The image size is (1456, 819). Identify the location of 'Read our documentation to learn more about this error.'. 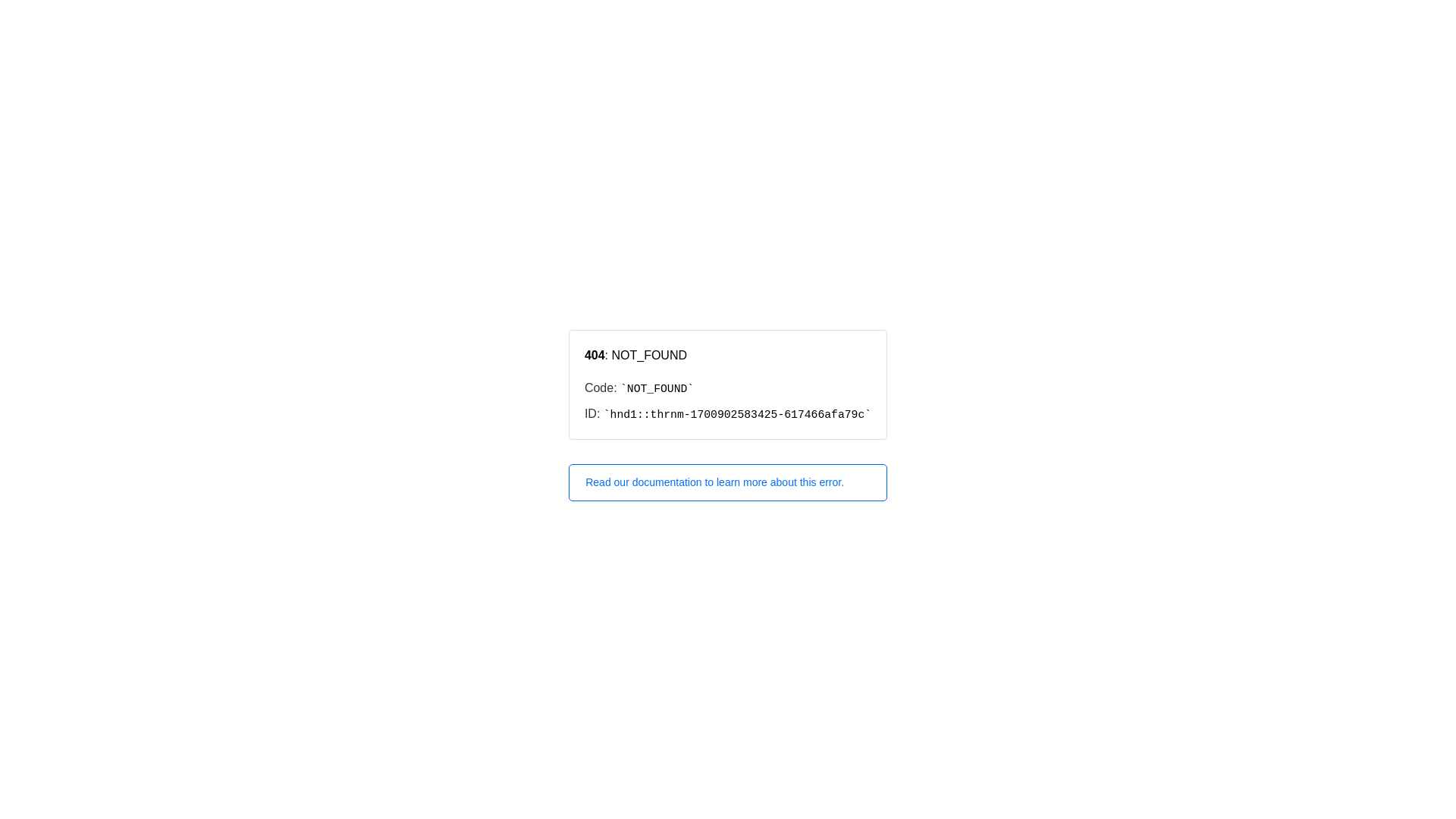
(728, 482).